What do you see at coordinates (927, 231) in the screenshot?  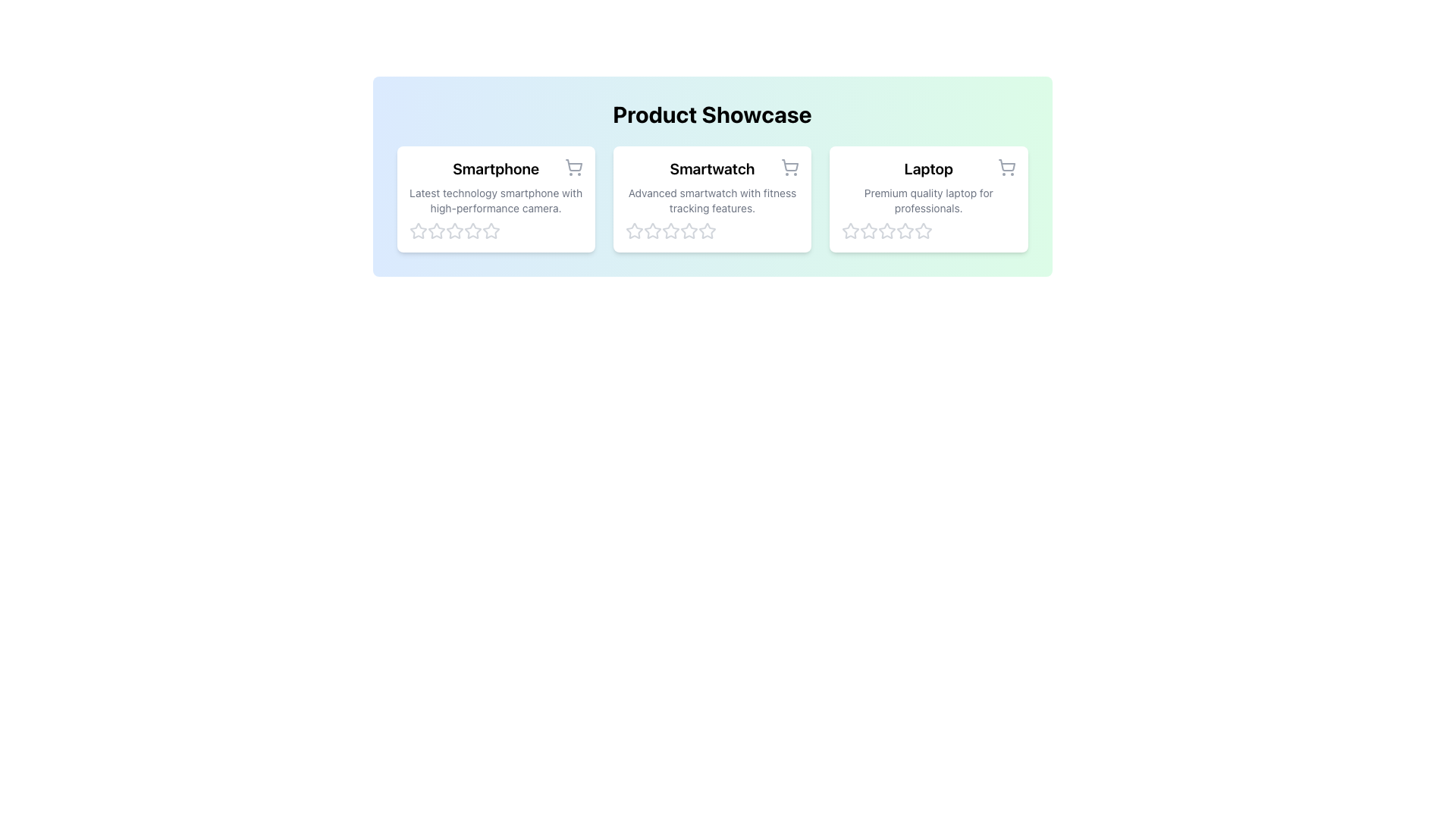 I see `the stars in the rating display component located at the bottom of the 'Laptop' card` at bounding box center [927, 231].